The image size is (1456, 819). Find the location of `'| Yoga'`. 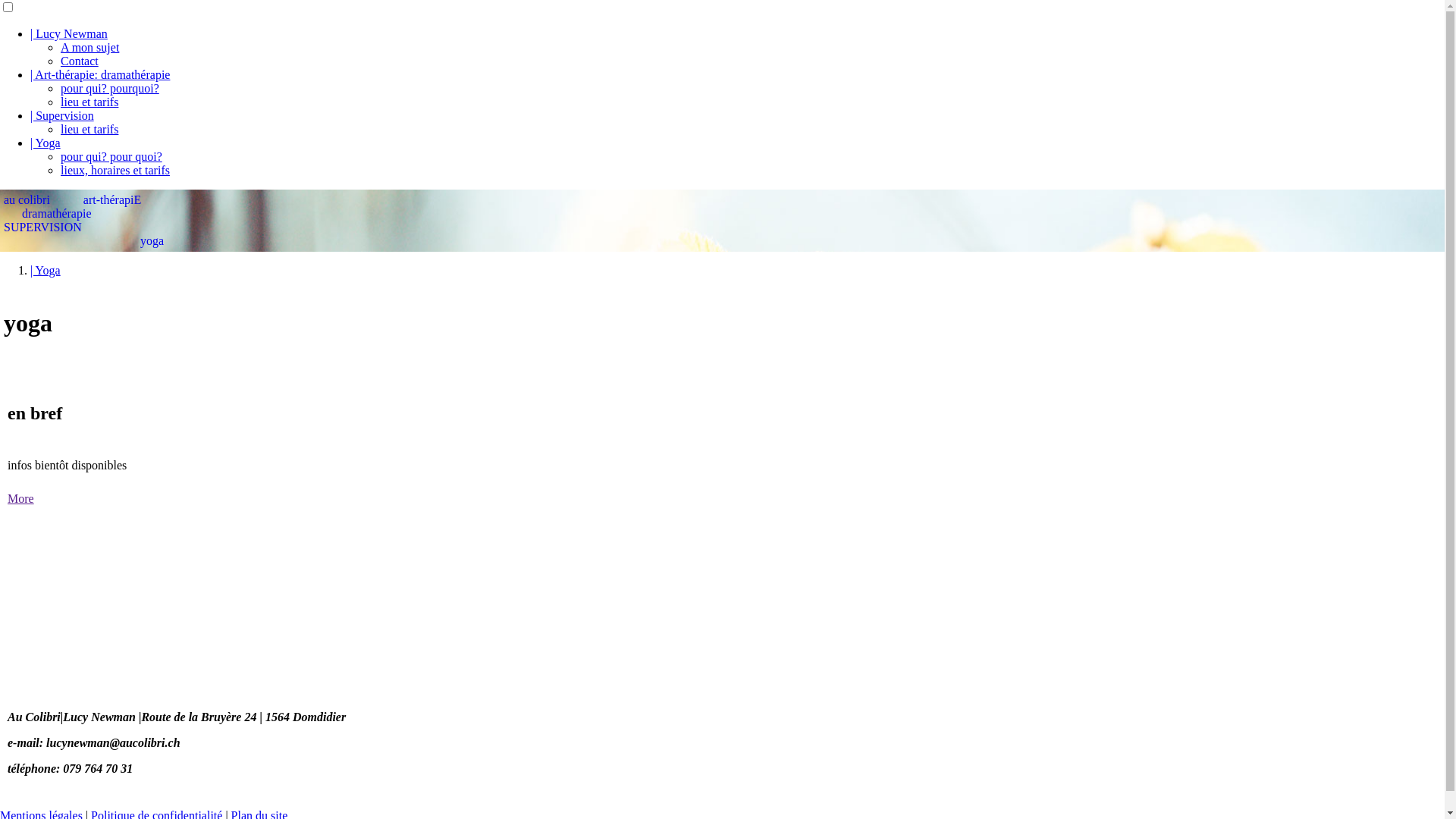

'| Yoga' is located at coordinates (45, 143).